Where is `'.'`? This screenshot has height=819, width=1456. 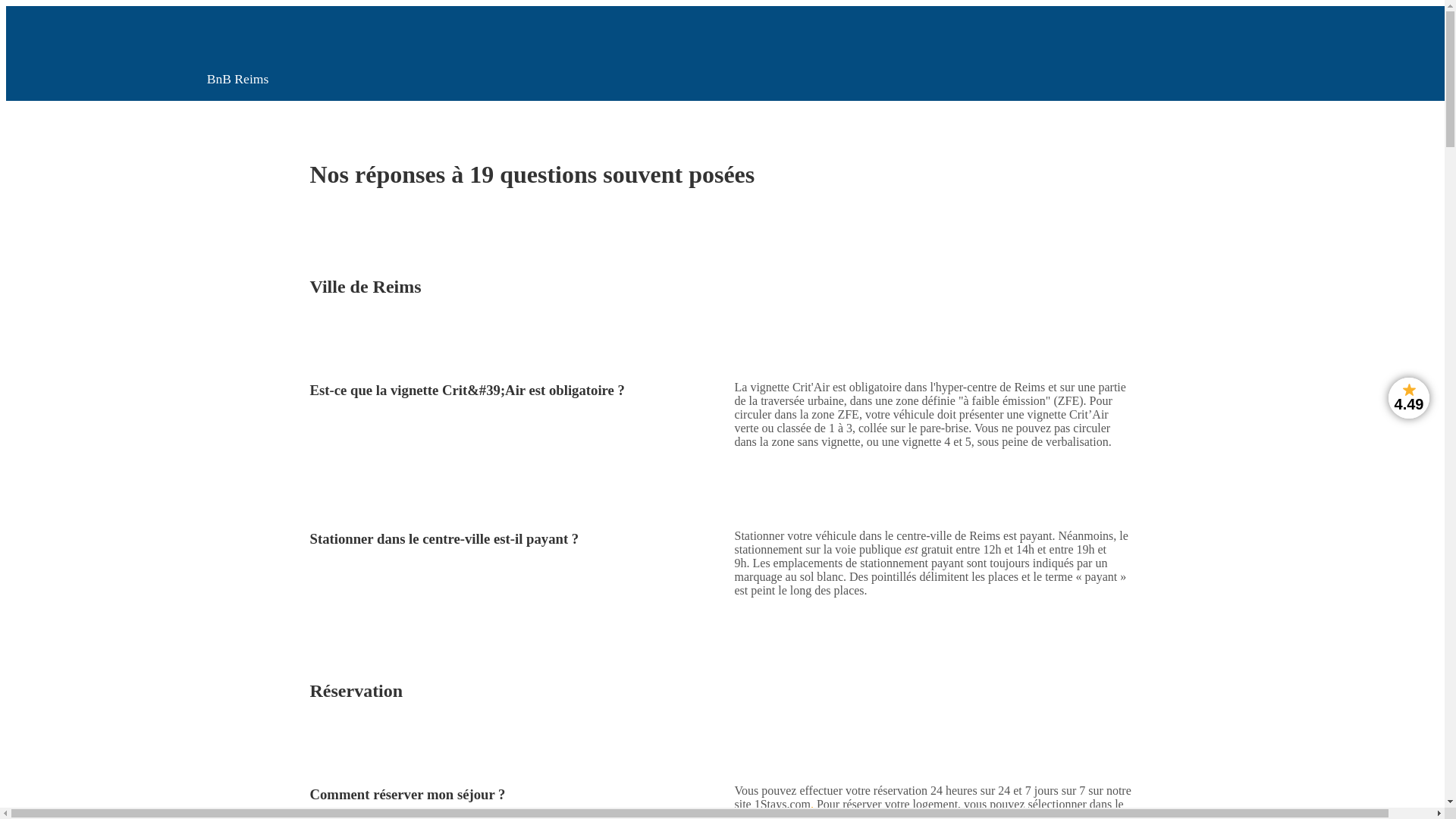
'.' is located at coordinates (811, 803).